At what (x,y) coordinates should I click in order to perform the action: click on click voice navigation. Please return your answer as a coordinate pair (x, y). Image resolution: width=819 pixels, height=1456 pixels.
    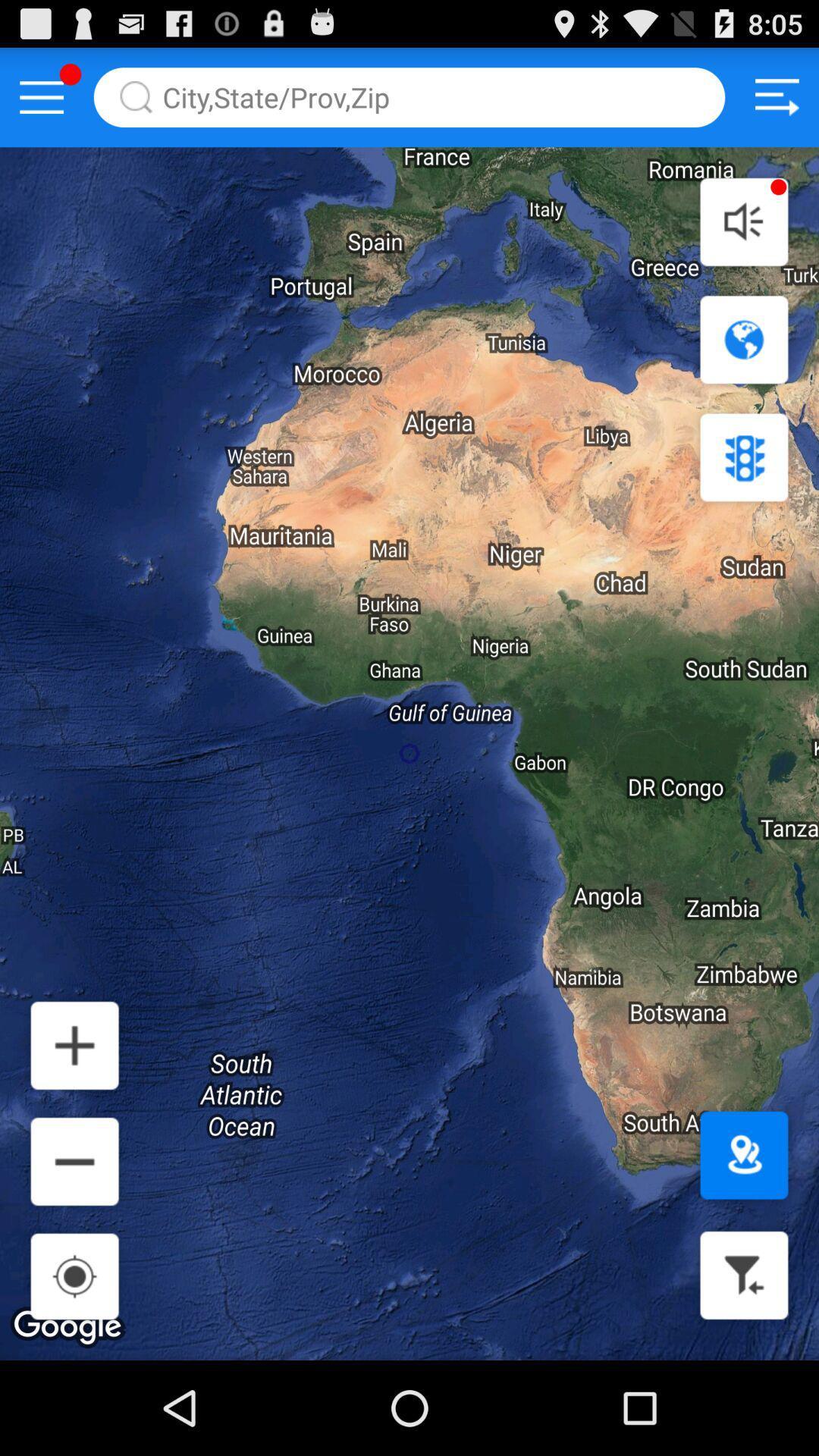
    Looking at the image, I should click on (743, 221).